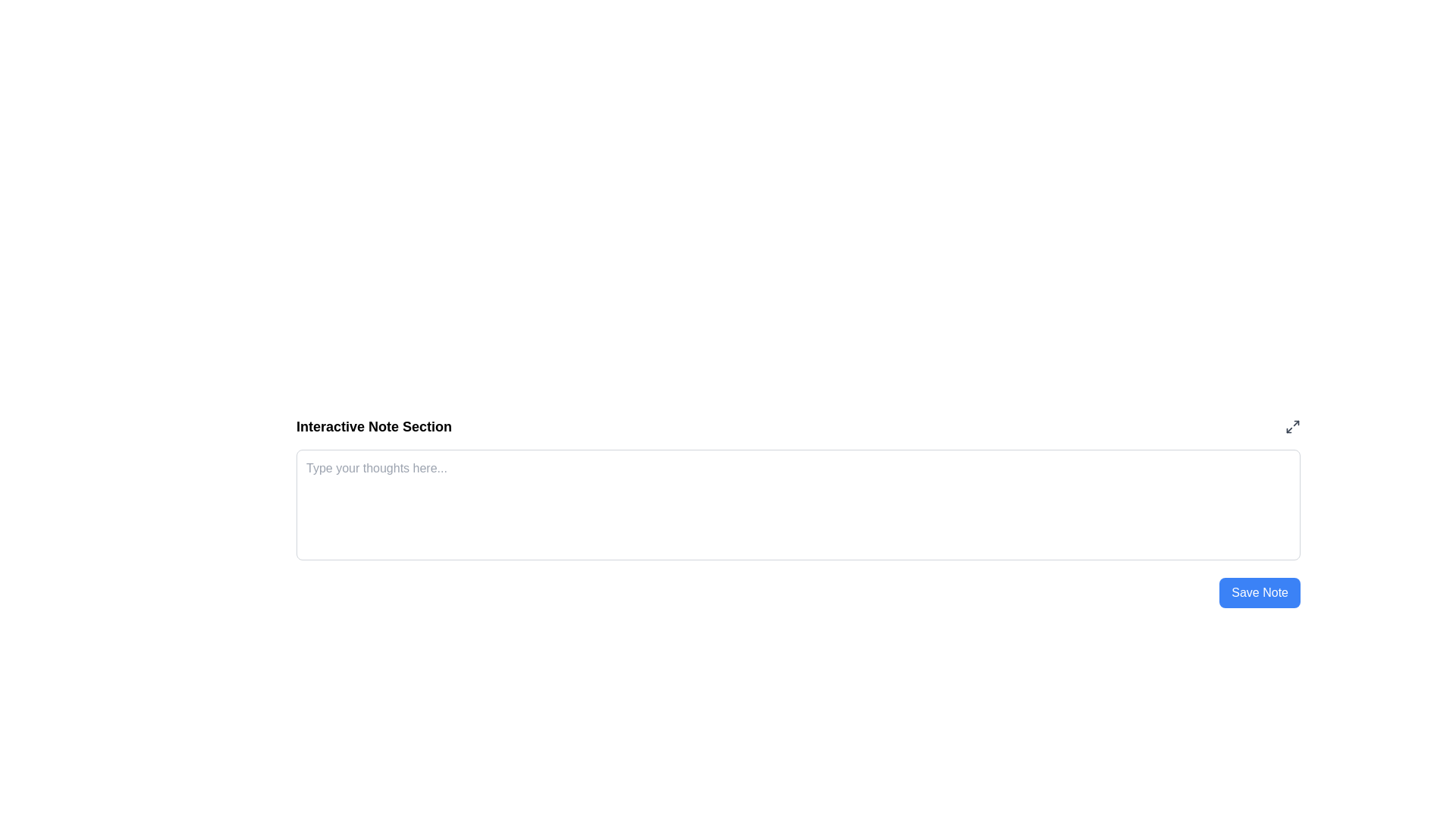  I want to click on the maximize button in the top-right corner of the Interactive Note Section, so click(1291, 427).